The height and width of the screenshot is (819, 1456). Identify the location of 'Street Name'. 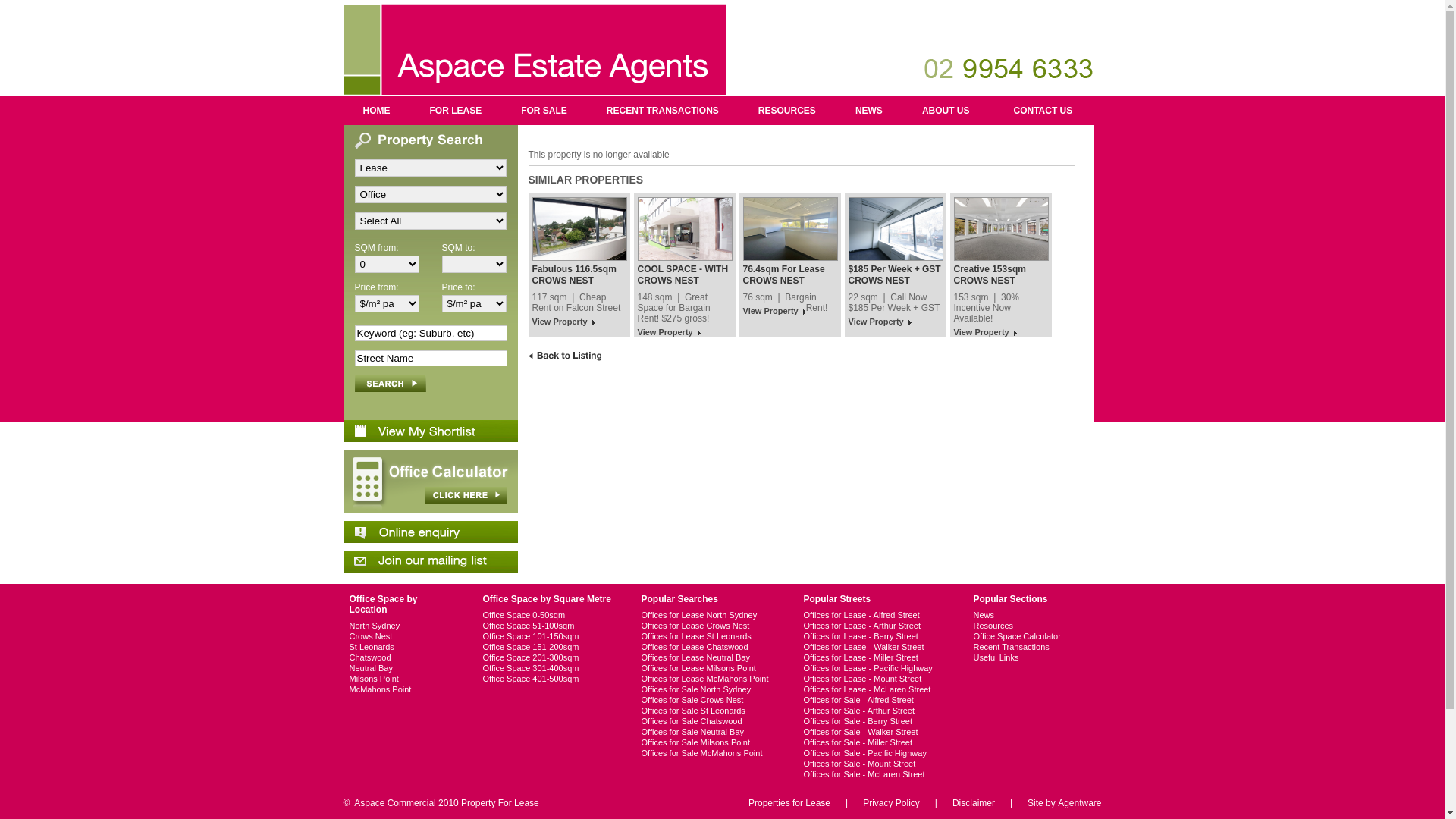
(430, 358).